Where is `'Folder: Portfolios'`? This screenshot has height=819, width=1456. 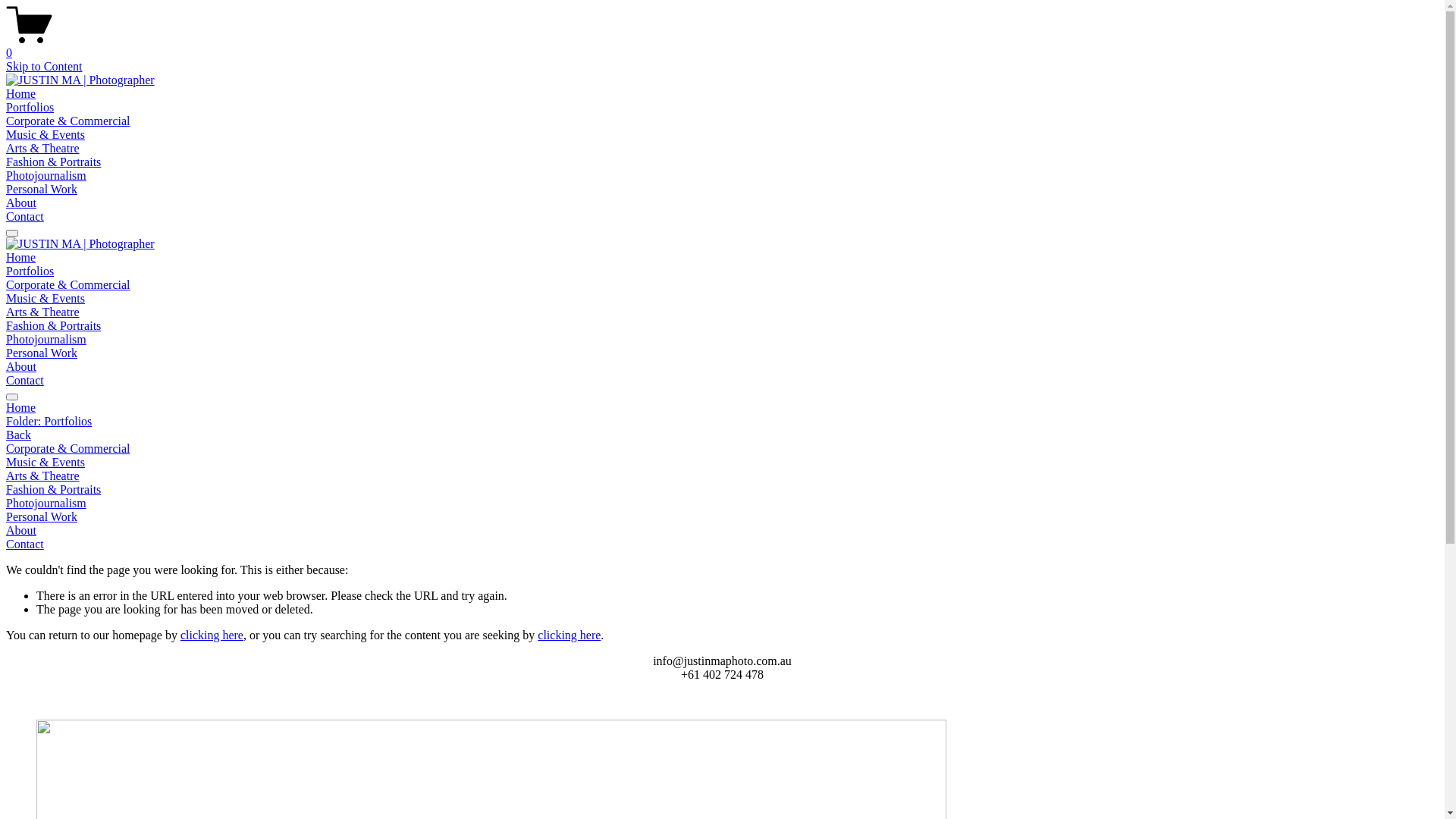
'Folder: Portfolios' is located at coordinates (721, 421).